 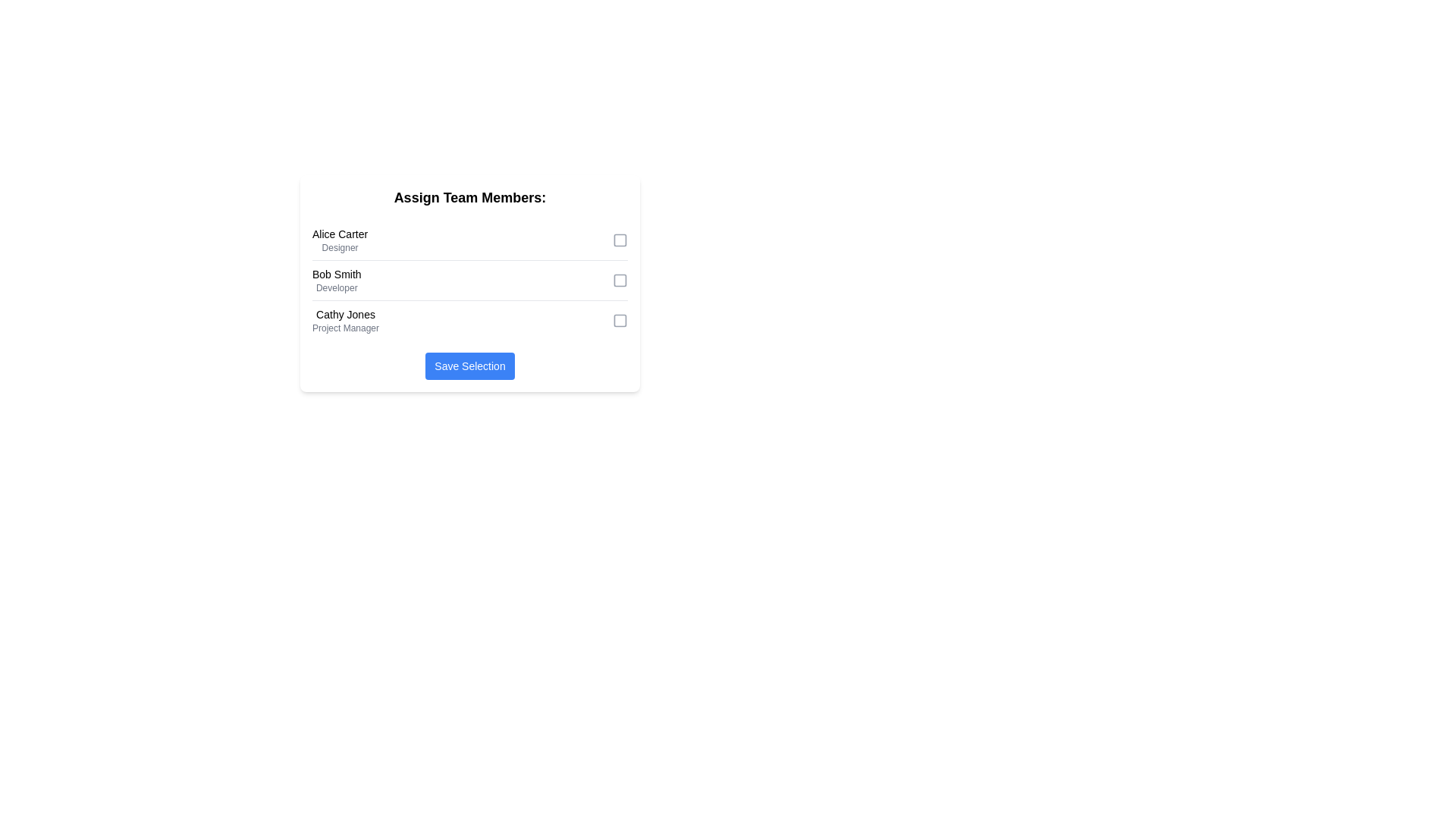 I want to click on the text label indicating the name of the team member in the second row, which is positioned above the role 'Developer', so click(x=336, y=275).